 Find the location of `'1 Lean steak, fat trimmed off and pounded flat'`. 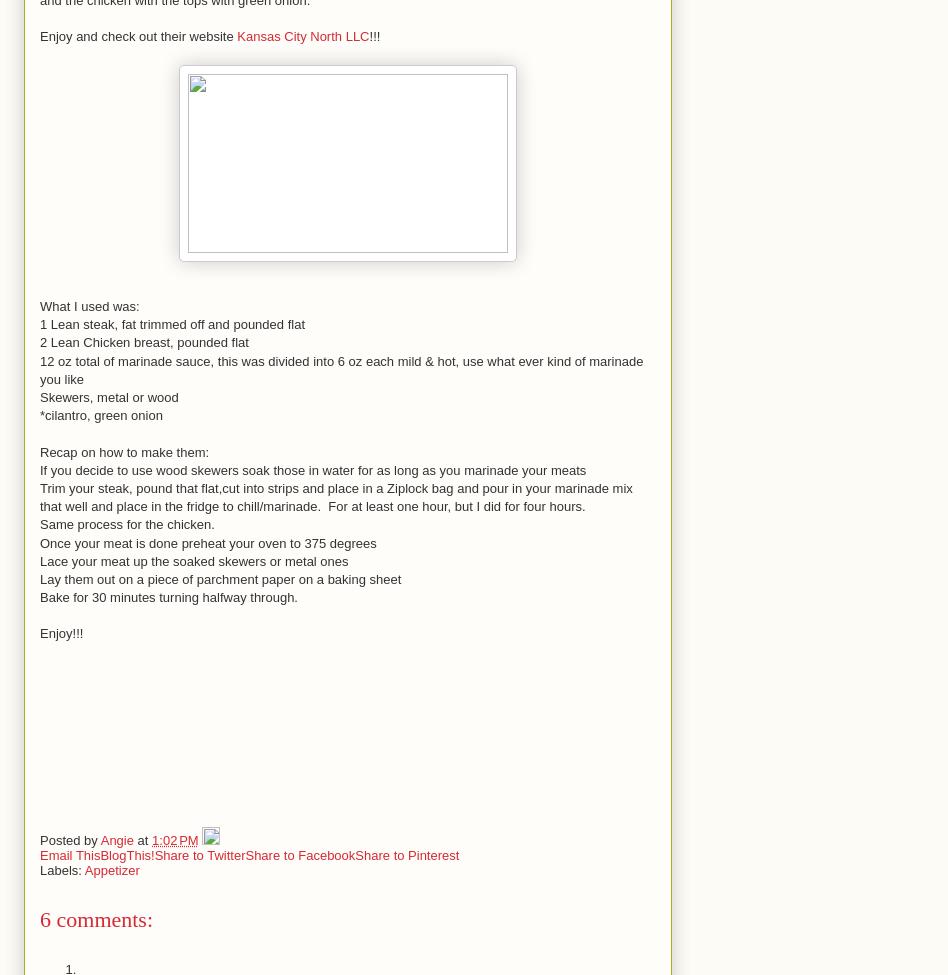

'1 Lean steak, fat trimmed off and pounded flat' is located at coordinates (40, 323).